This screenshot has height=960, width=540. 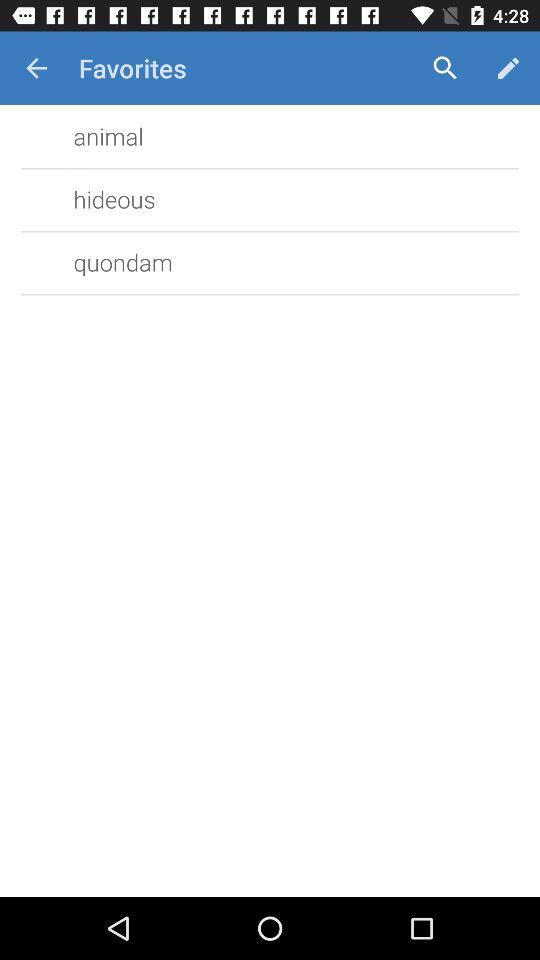 What do you see at coordinates (36, 68) in the screenshot?
I see `app next to the favorites app` at bounding box center [36, 68].